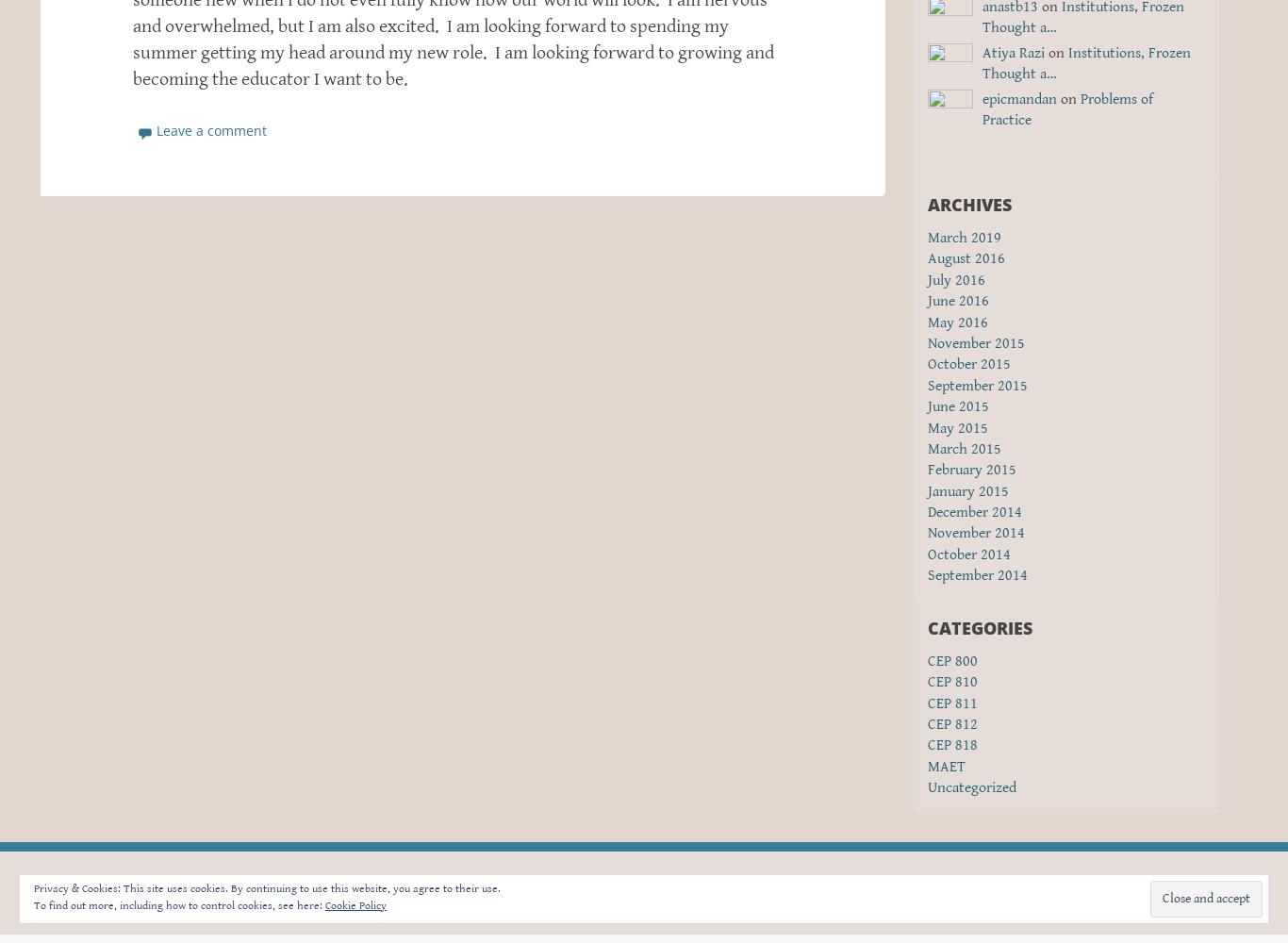 This screenshot has width=1288, height=943. Describe the element at coordinates (966, 258) in the screenshot. I see `'August 2016'` at that location.